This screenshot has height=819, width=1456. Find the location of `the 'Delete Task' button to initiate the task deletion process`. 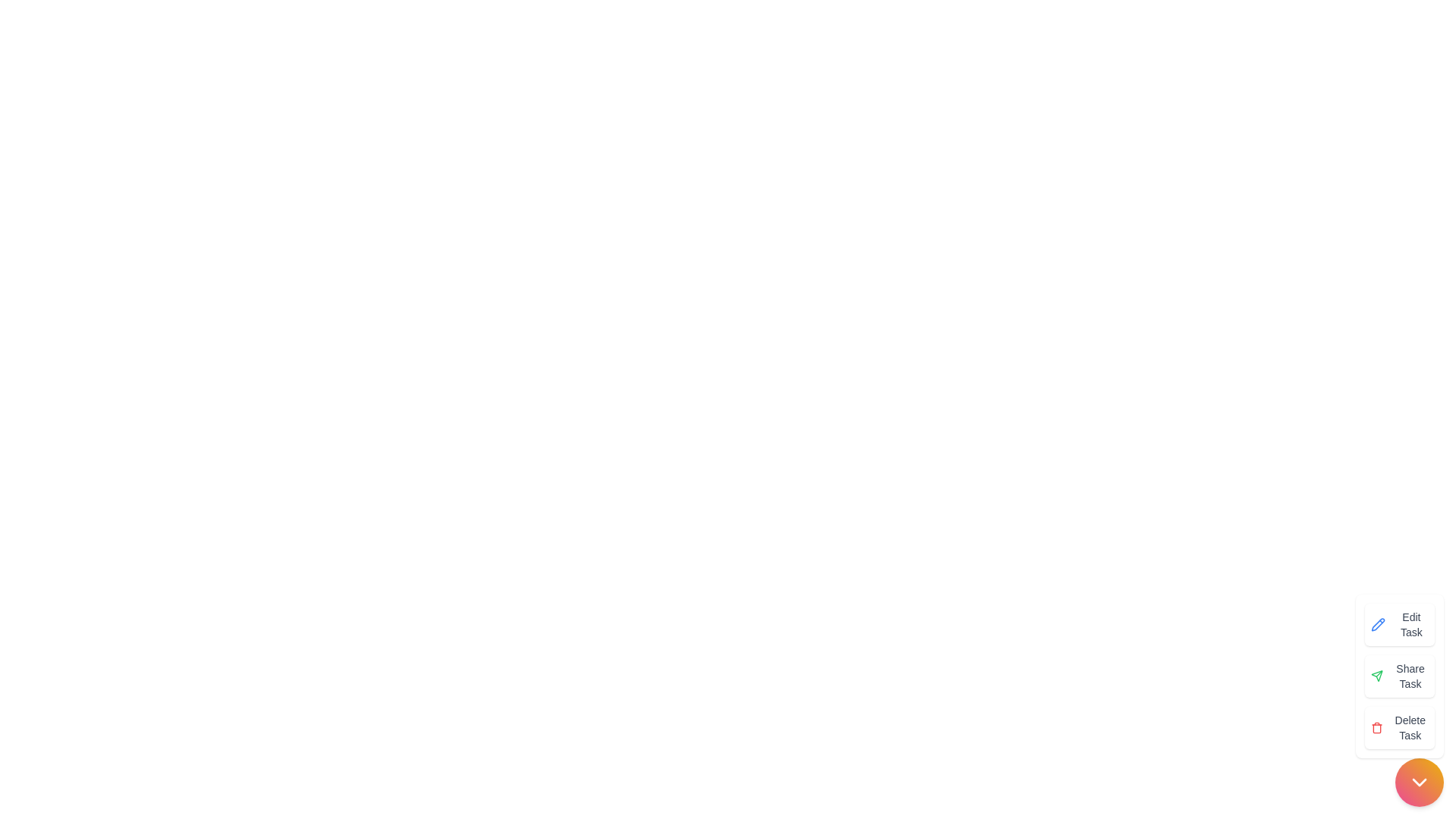

the 'Delete Task' button to initiate the task deletion process is located at coordinates (1398, 727).